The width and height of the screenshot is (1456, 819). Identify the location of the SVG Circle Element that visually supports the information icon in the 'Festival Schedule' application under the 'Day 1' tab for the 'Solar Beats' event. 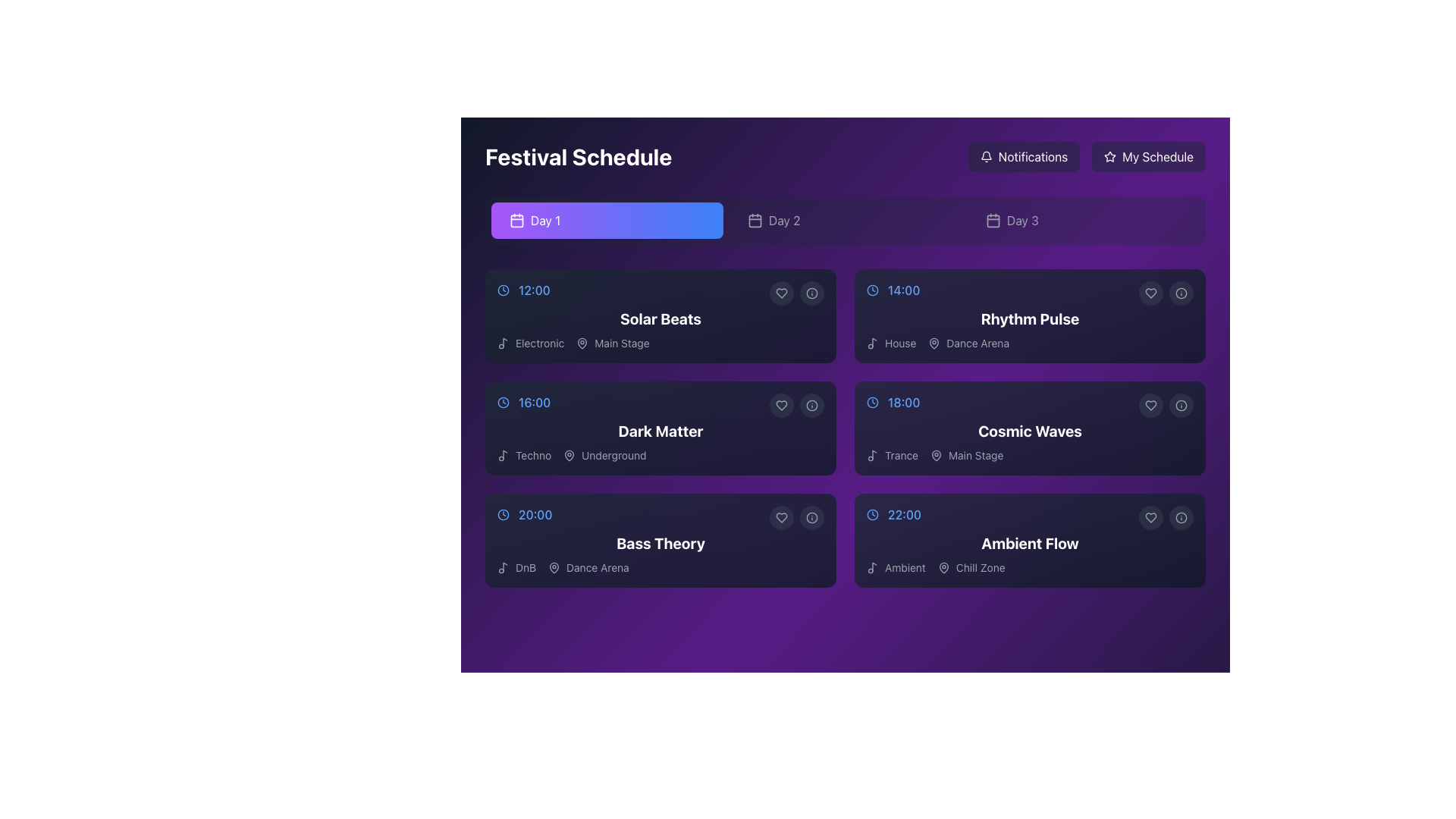
(811, 293).